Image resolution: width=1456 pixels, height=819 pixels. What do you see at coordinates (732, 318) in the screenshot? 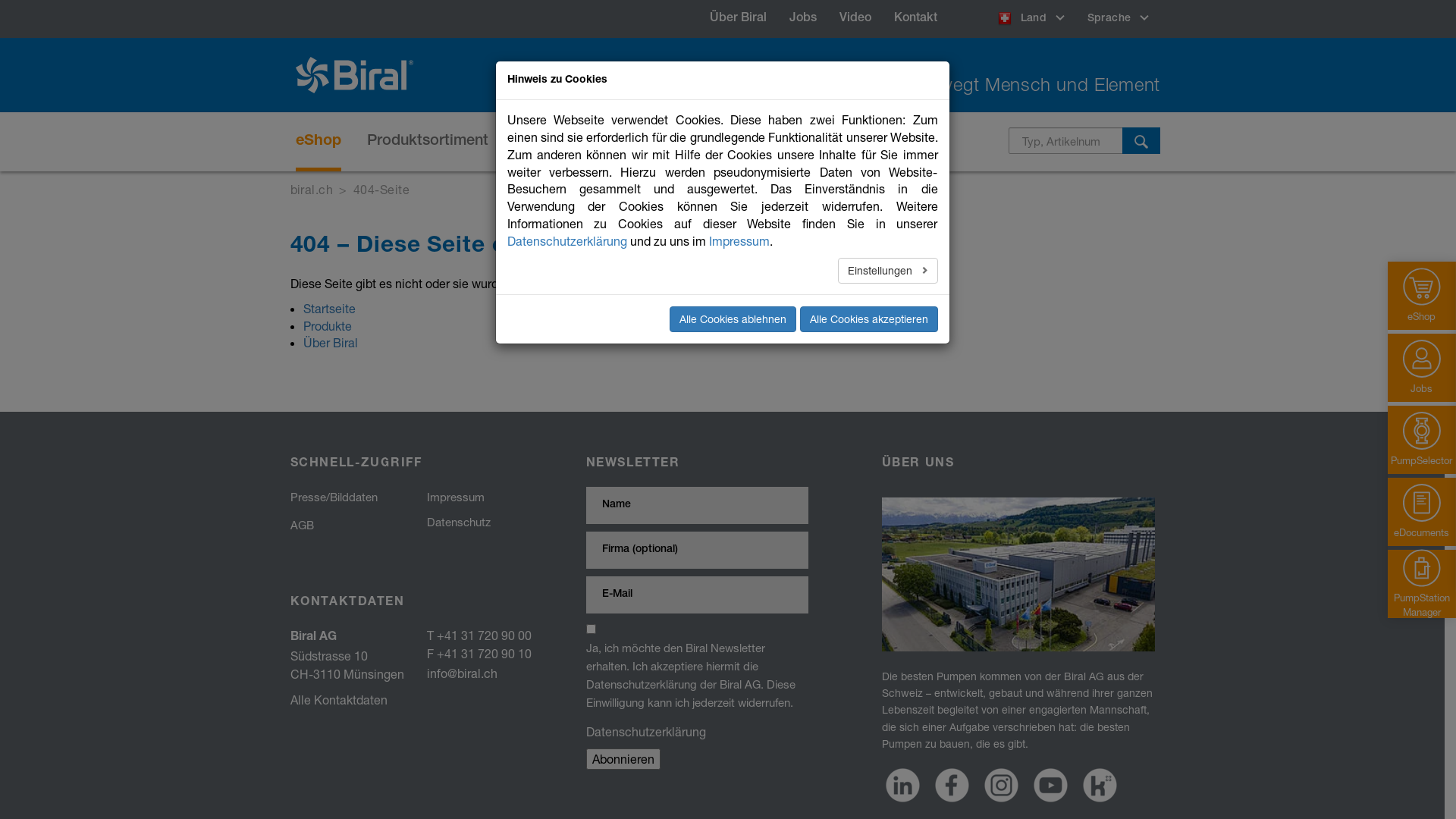
I see `'Alle Cookies ablehnen'` at bounding box center [732, 318].